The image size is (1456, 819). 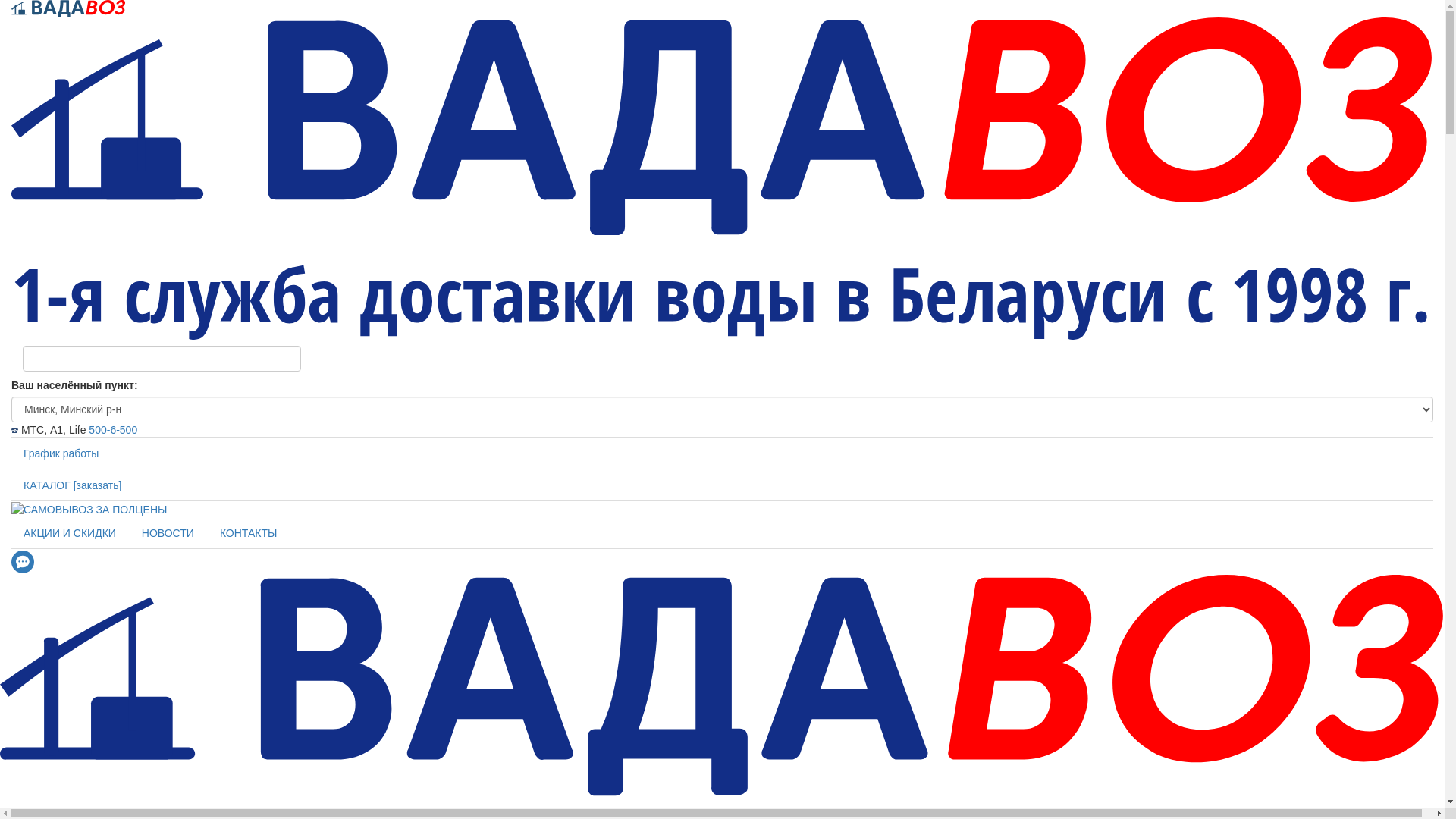 I want to click on '500-6-500', so click(x=87, y=430).